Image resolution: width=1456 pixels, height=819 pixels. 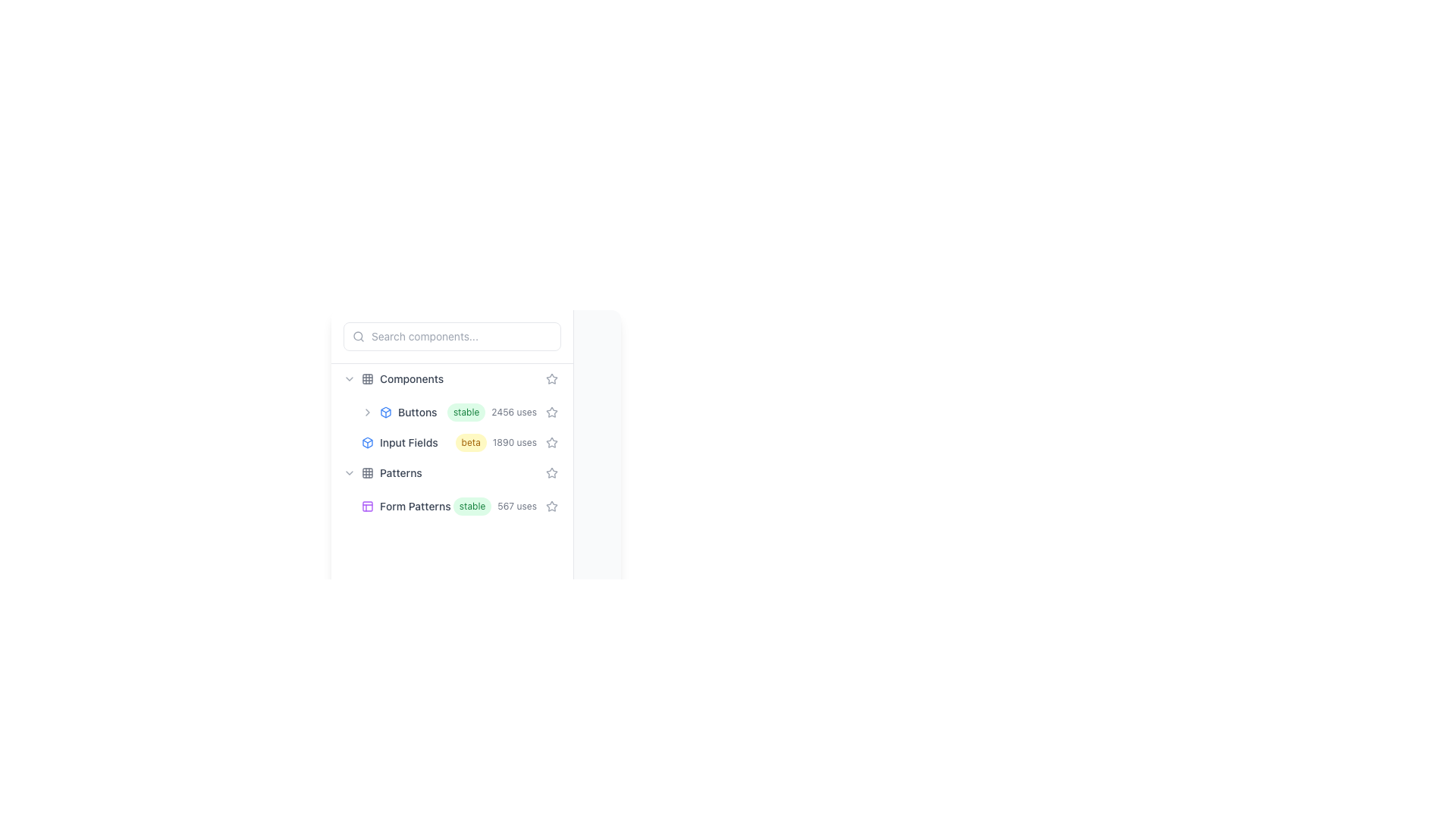 What do you see at coordinates (551, 412) in the screenshot?
I see `the star icon adjacent to the 'Buttons' label, which serves as a marker for user preferences or selections` at bounding box center [551, 412].